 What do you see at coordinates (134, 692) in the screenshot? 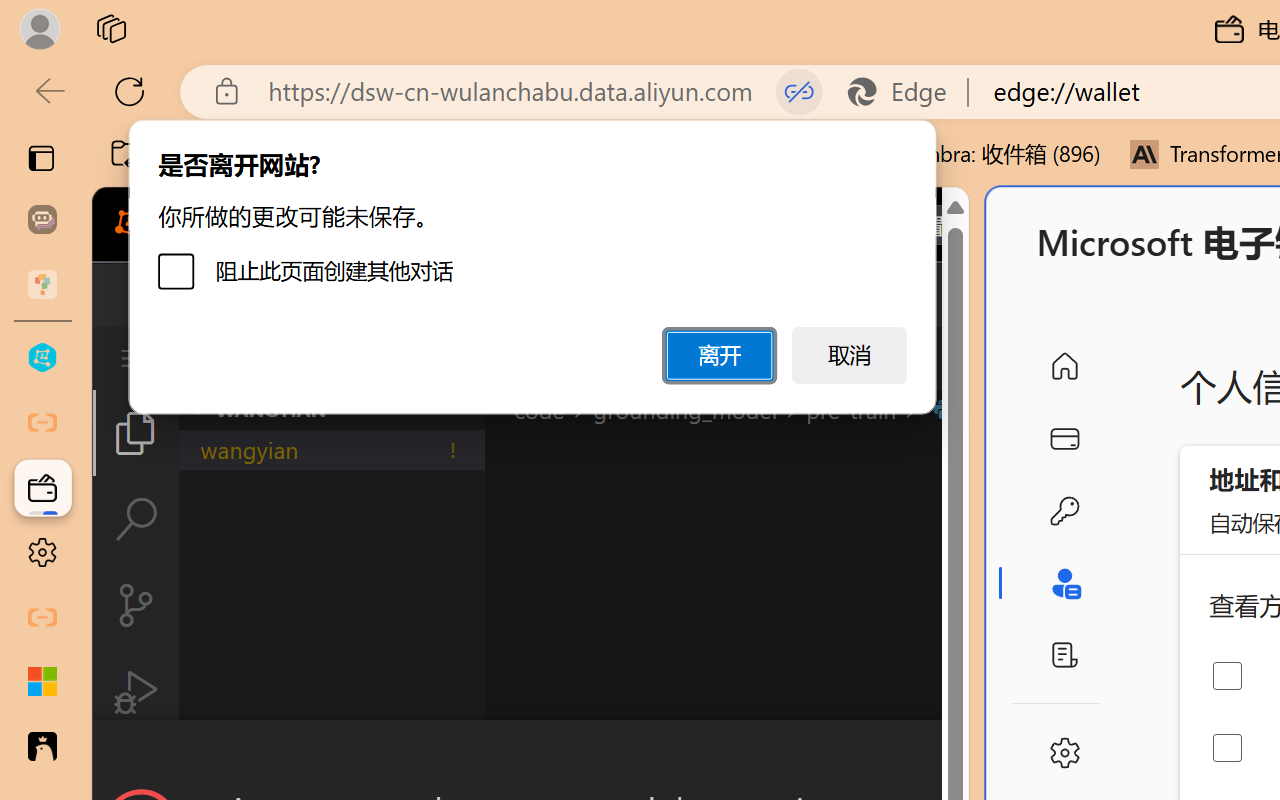
I see `'Run and Debug (Ctrl+Shift+D)'` at bounding box center [134, 692].